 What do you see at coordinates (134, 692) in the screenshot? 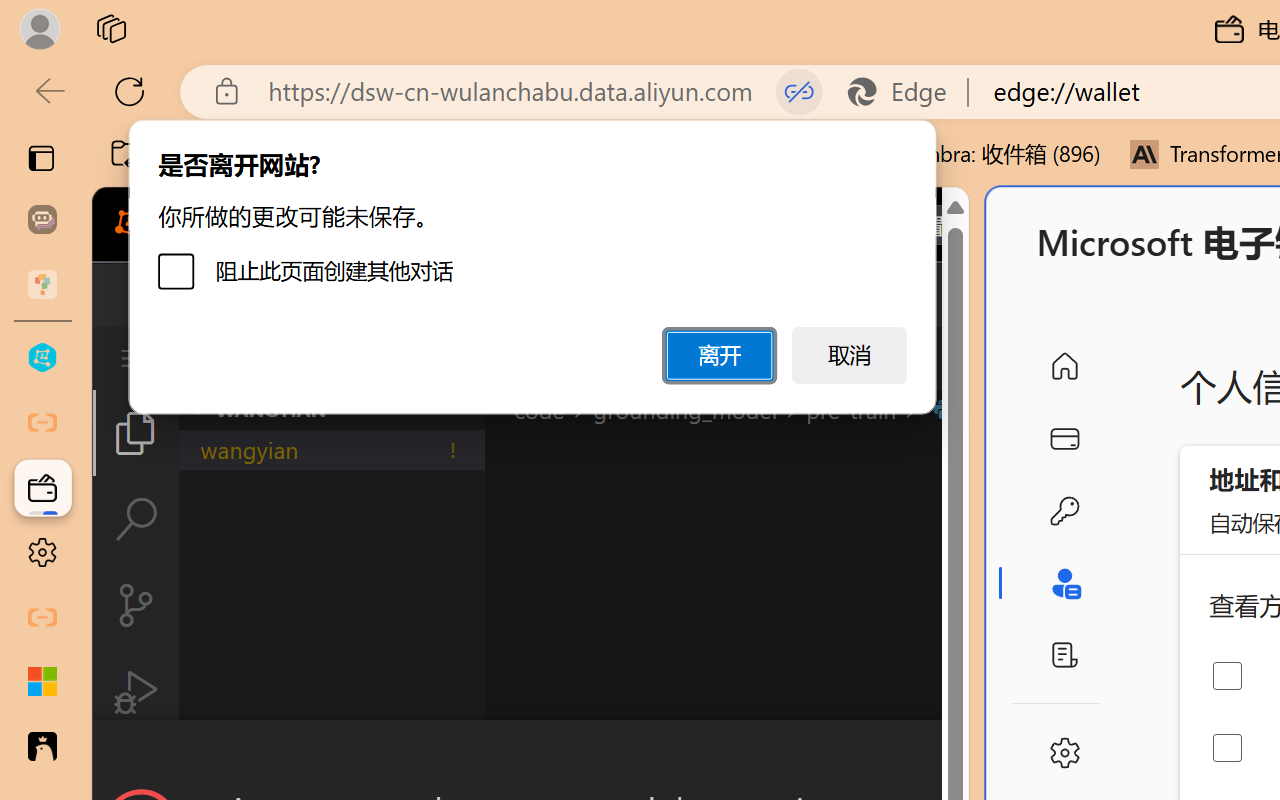
I see `'Run and Debug (Ctrl+Shift+D)'` at bounding box center [134, 692].